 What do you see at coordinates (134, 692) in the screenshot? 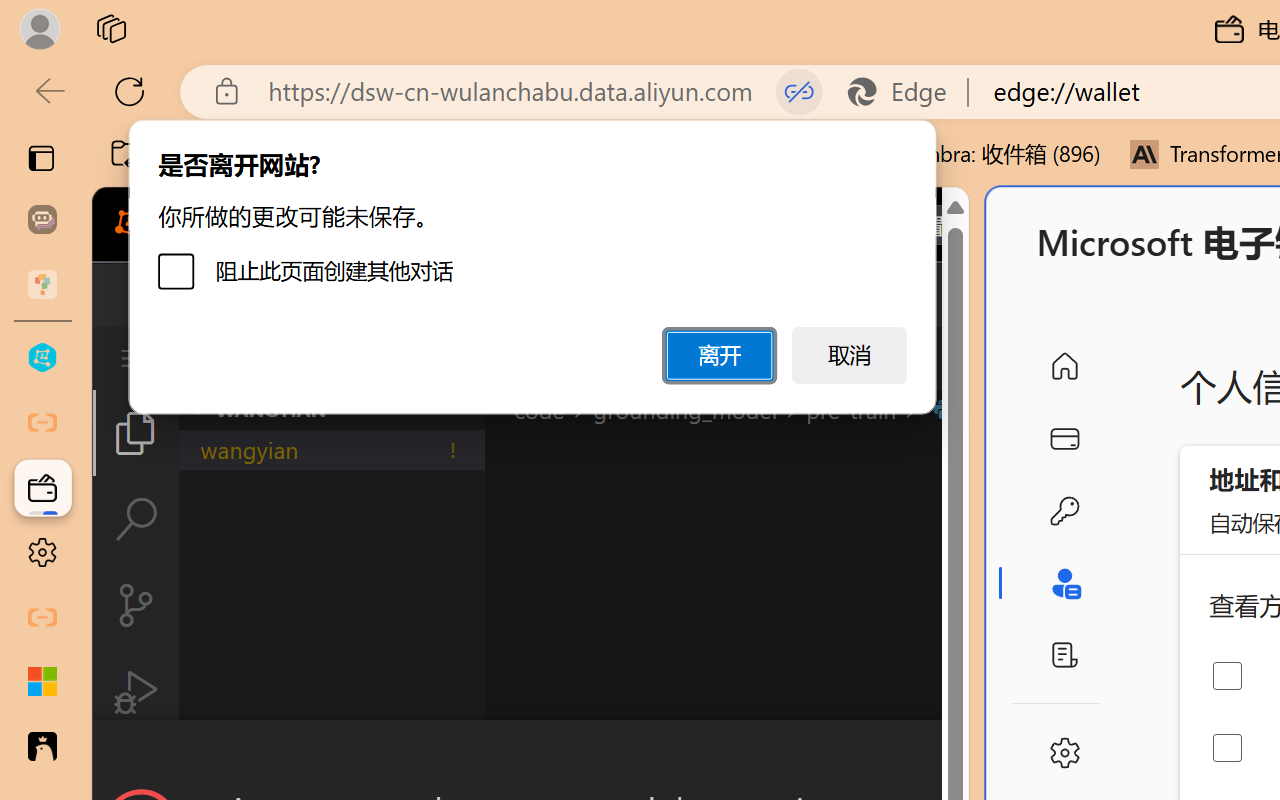
I see `'Run and Debug (Ctrl+Shift+D)'` at bounding box center [134, 692].